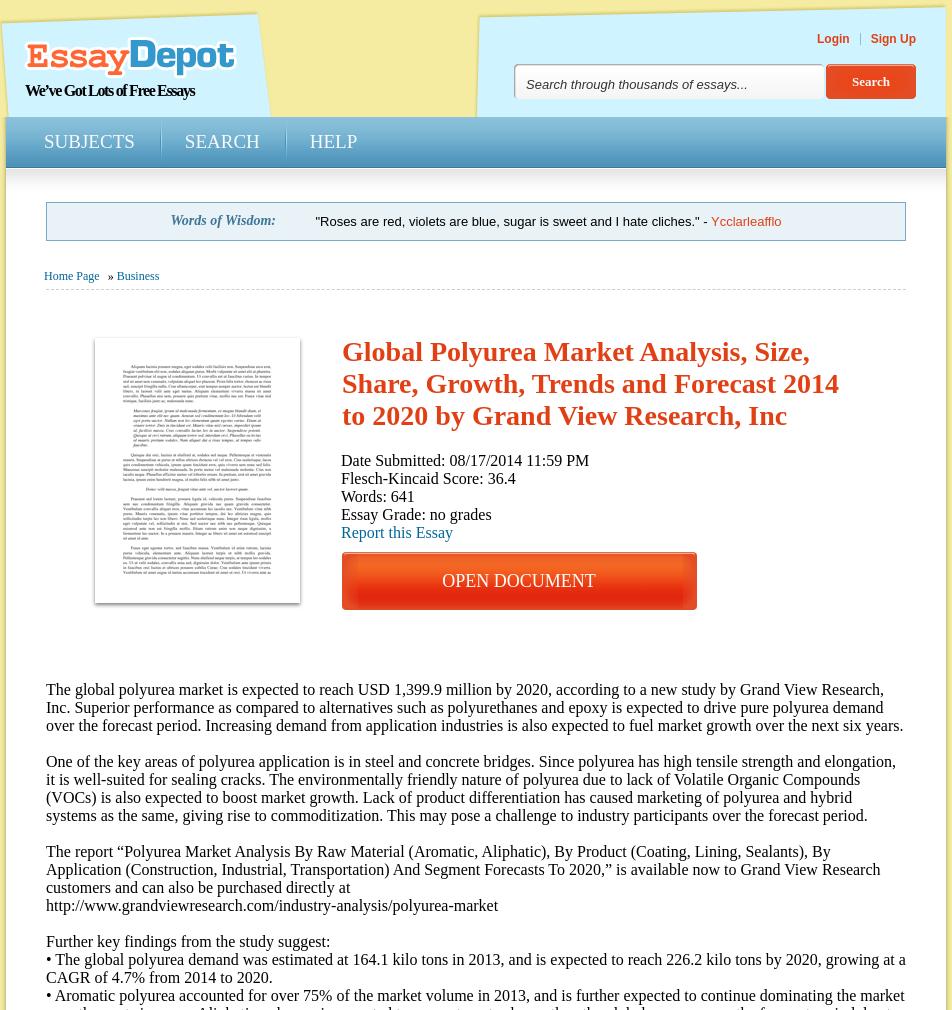  What do you see at coordinates (833, 37) in the screenshot?
I see `'Login'` at bounding box center [833, 37].